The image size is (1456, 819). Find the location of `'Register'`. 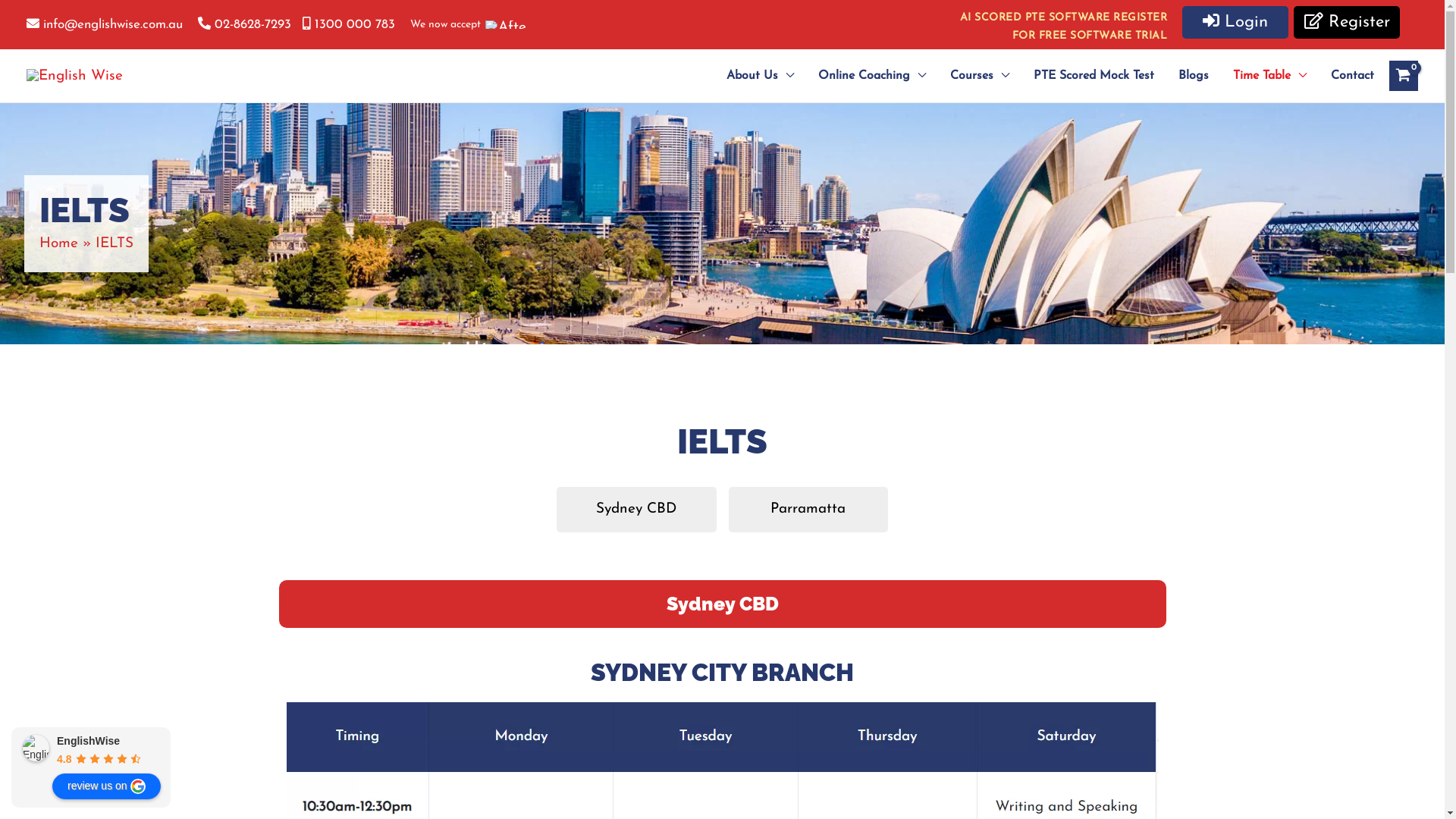

'Register' is located at coordinates (1347, 22).